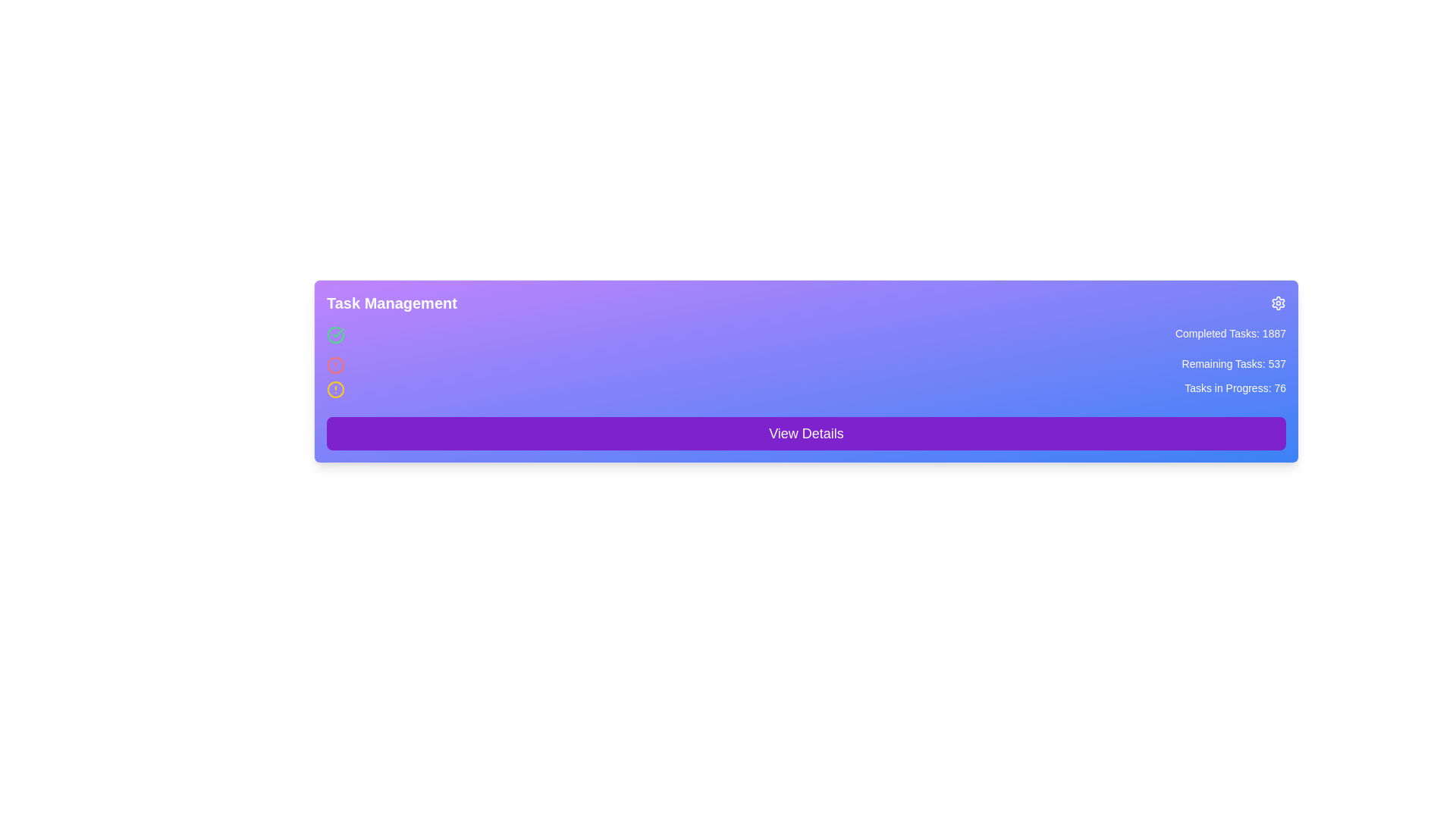 The height and width of the screenshot is (819, 1456). What do you see at coordinates (334, 334) in the screenshot?
I see `the status indicator icon located in the top-left region of the 'Task Management' panel, which visually indicates the status of completed tasks and is positioned to the left of the text 'Completed Tasks: 1887'` at bounding box center [334, 334].